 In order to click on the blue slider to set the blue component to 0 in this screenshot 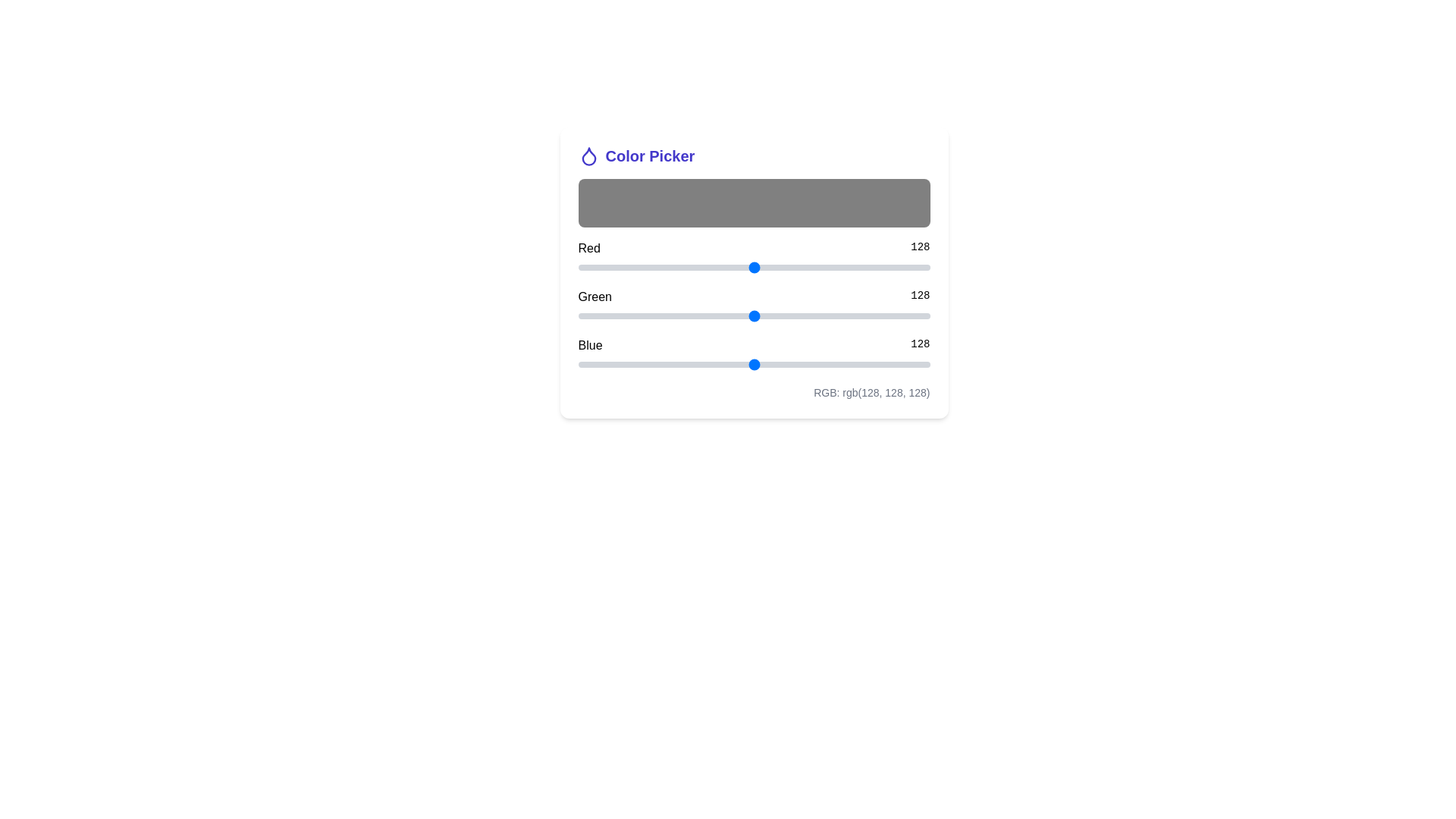, I will do `click(577, 365)`.